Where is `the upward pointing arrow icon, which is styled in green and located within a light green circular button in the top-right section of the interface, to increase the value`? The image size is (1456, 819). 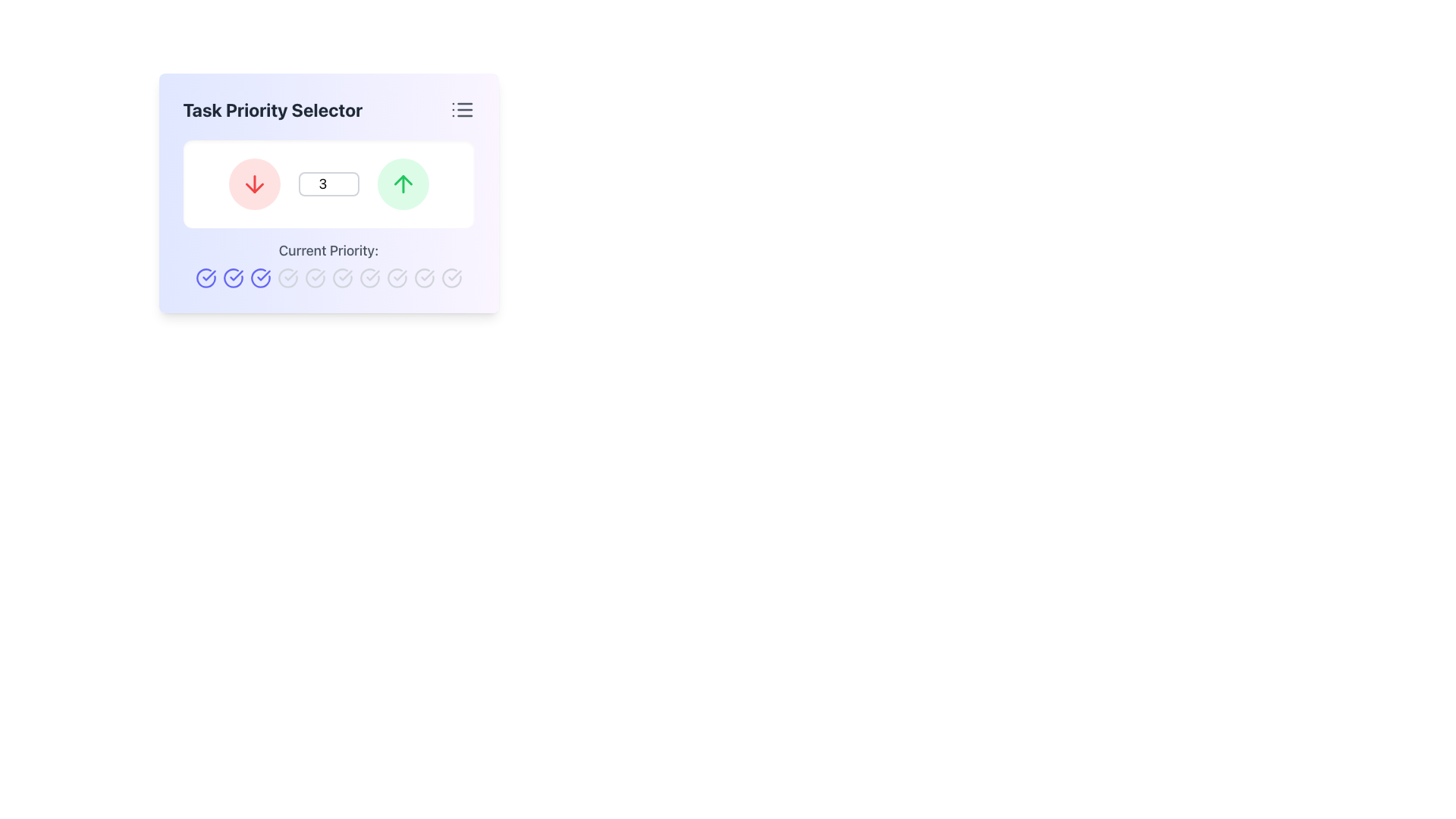 the upward pointing arrow icon, which is styled in green and located within a light green circular button in the top-right section of the interface, to increase the value is located at coordinates (403, 179).